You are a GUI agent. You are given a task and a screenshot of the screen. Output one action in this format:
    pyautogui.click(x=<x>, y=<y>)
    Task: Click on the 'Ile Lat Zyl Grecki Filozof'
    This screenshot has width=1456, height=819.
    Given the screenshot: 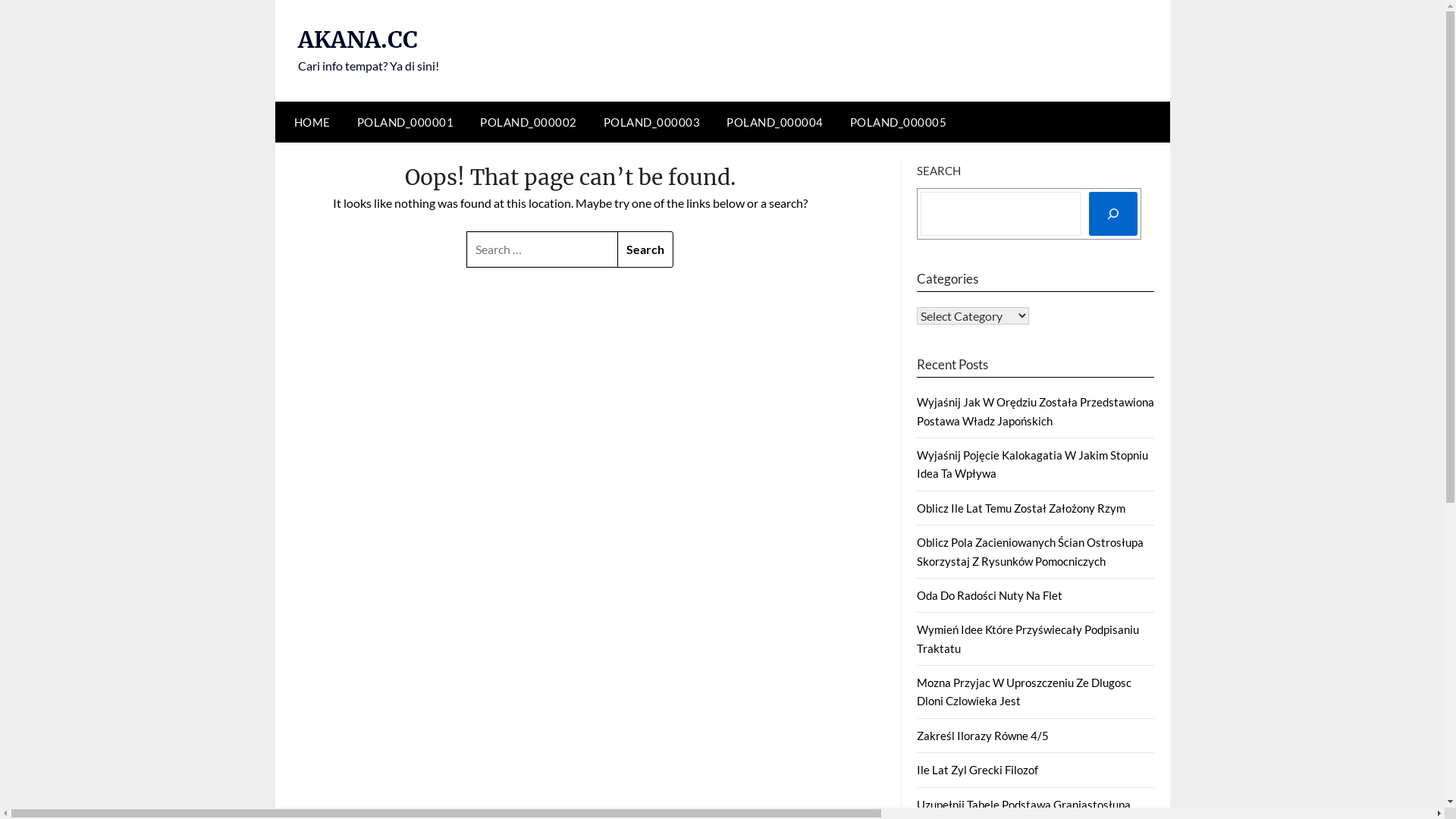 What is the action you would take?
    pyautogui.click(x=916, y=769)
    